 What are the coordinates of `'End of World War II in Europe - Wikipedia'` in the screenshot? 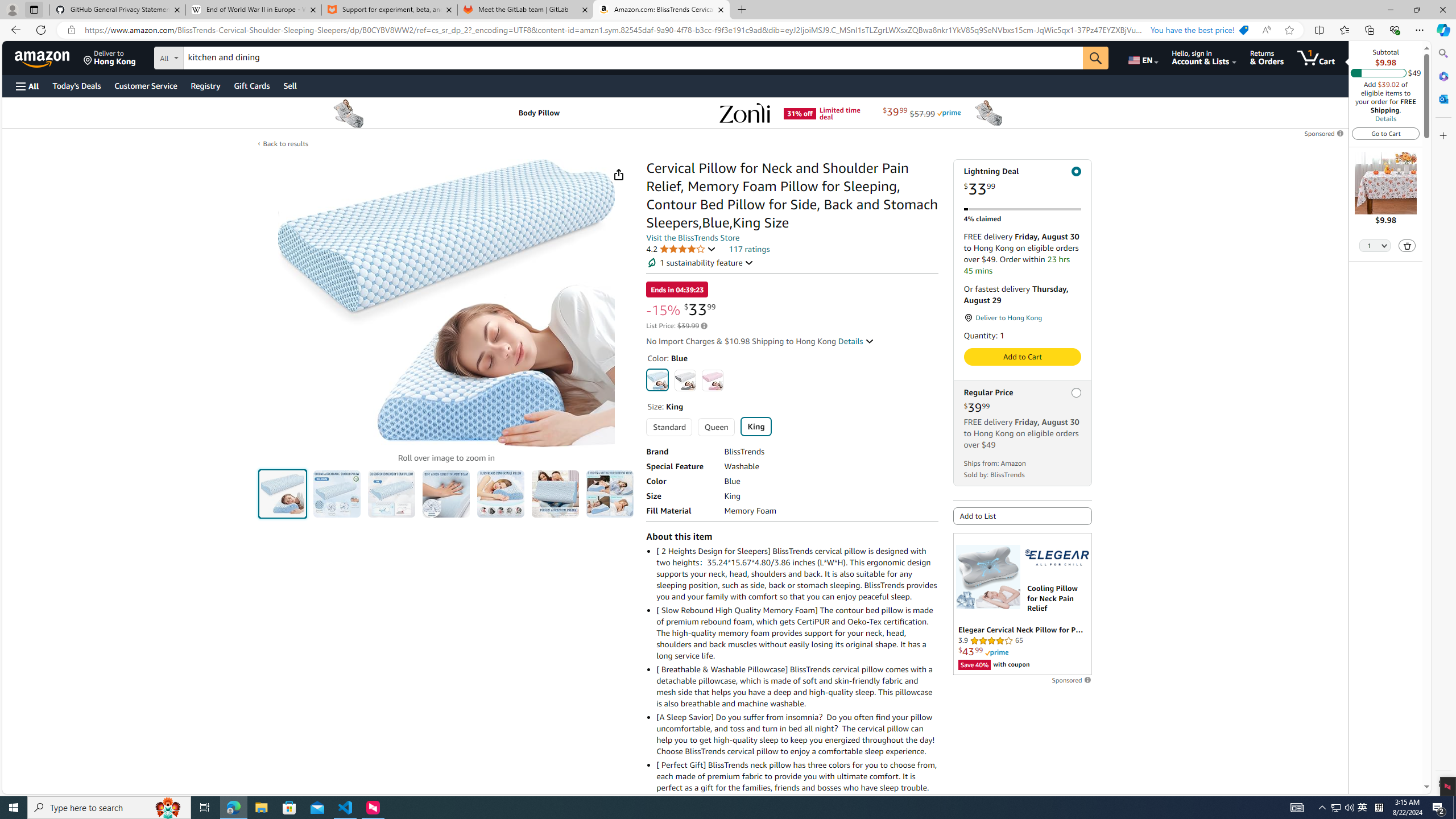 It's located at (253, 9).